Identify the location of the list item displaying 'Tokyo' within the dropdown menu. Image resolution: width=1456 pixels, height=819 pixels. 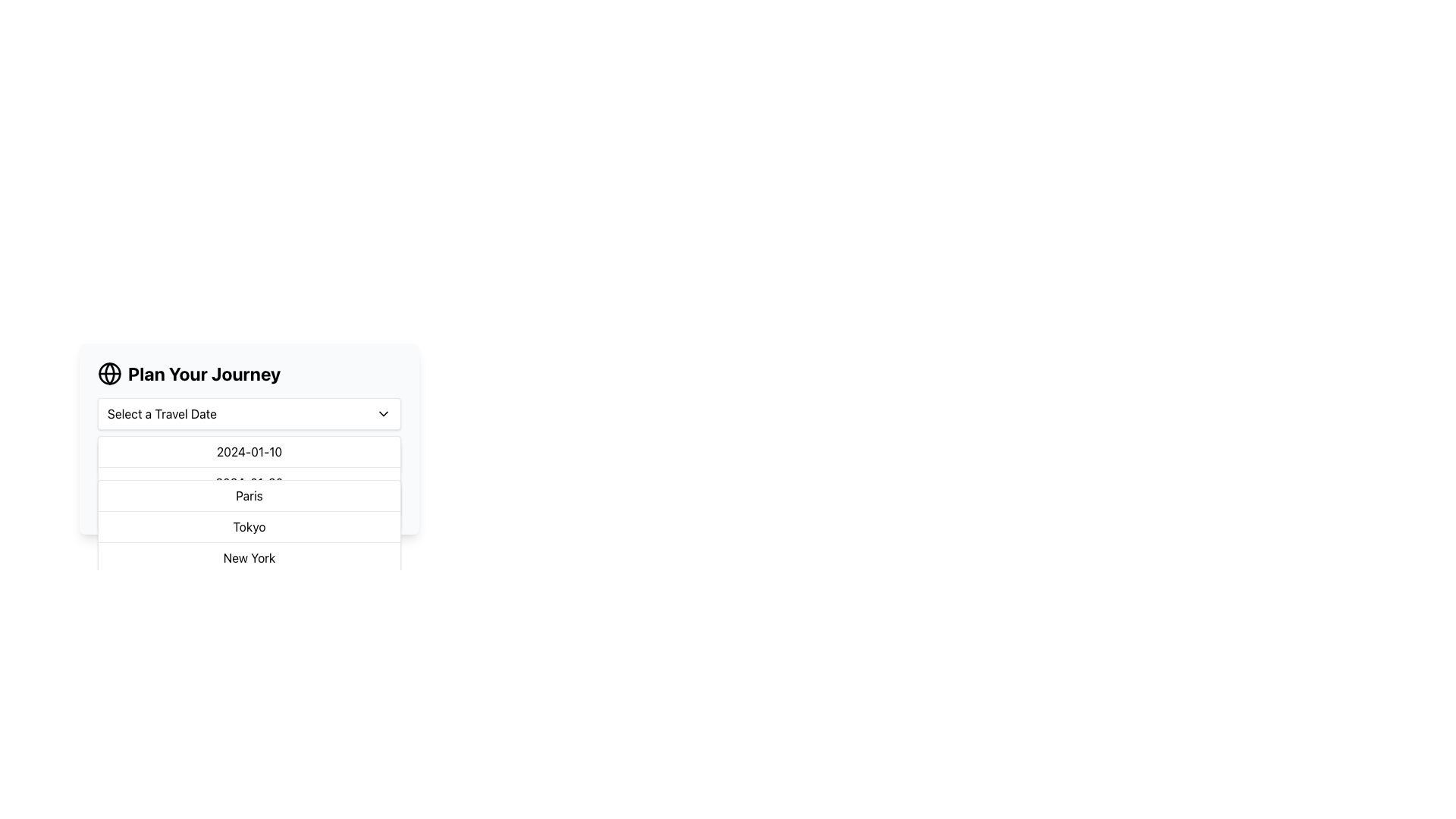
(249, 526).